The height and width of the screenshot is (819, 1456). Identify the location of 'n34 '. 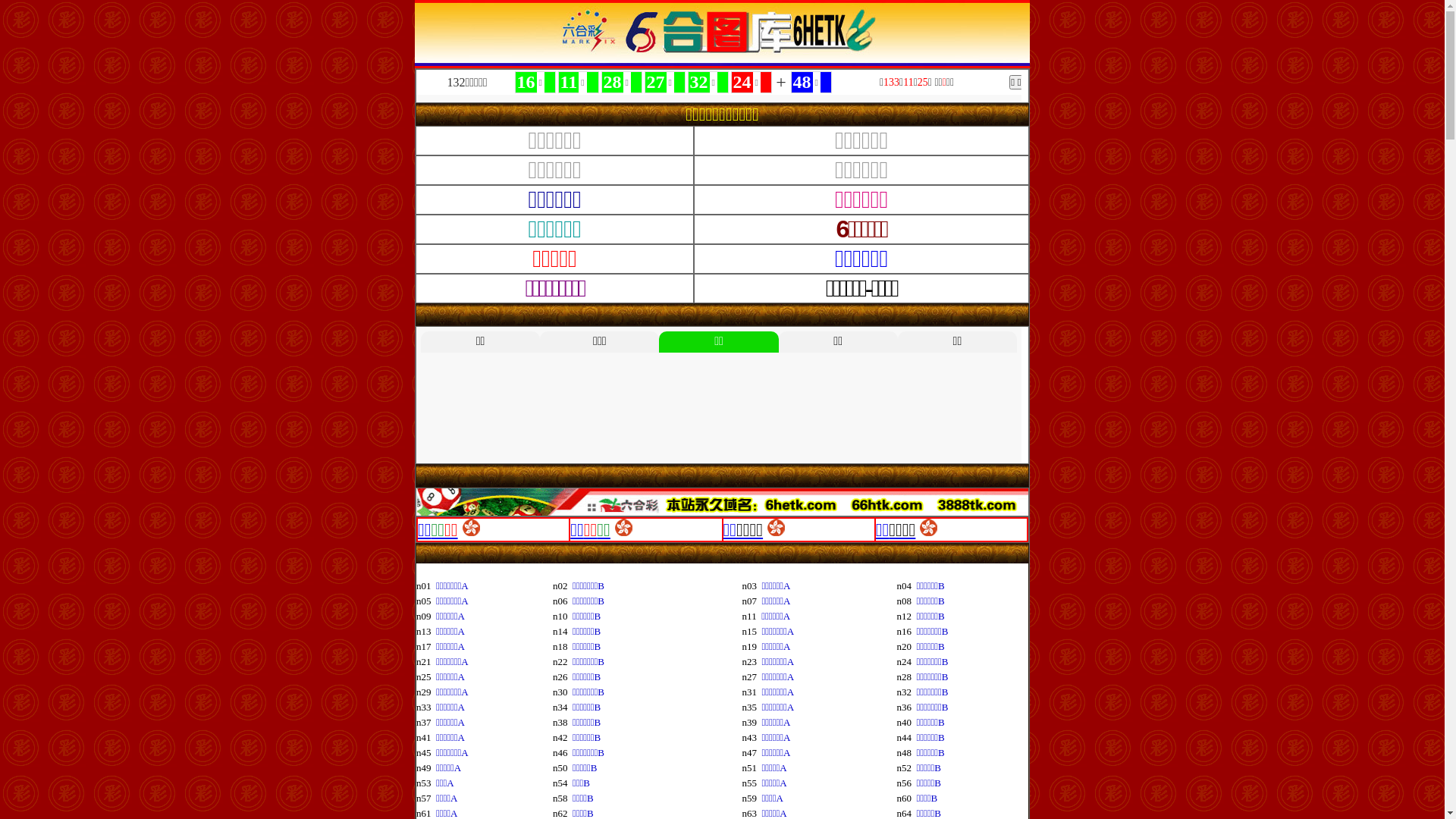
(562, 707).